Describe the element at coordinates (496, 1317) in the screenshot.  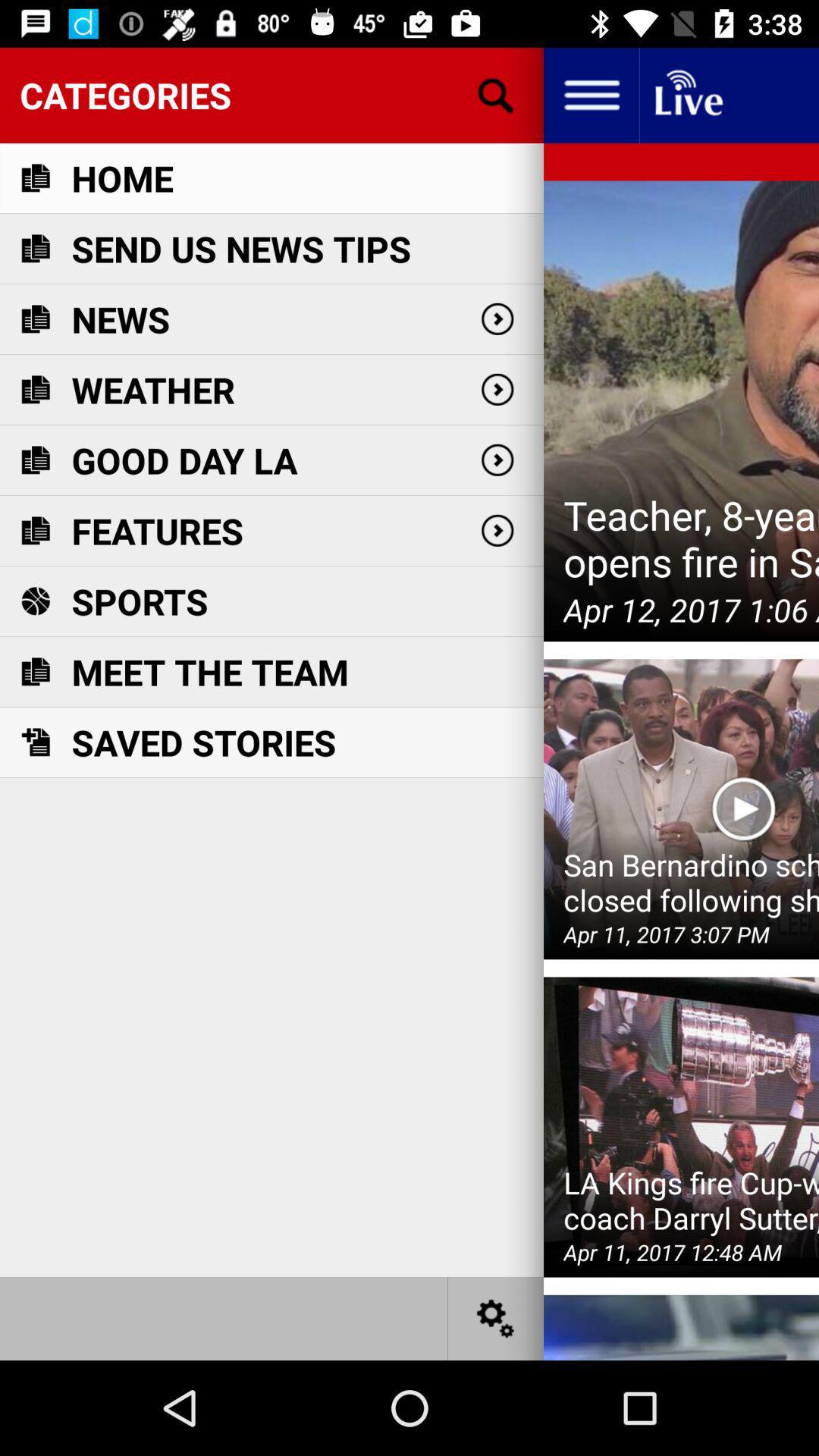
I see `setting` at that location.